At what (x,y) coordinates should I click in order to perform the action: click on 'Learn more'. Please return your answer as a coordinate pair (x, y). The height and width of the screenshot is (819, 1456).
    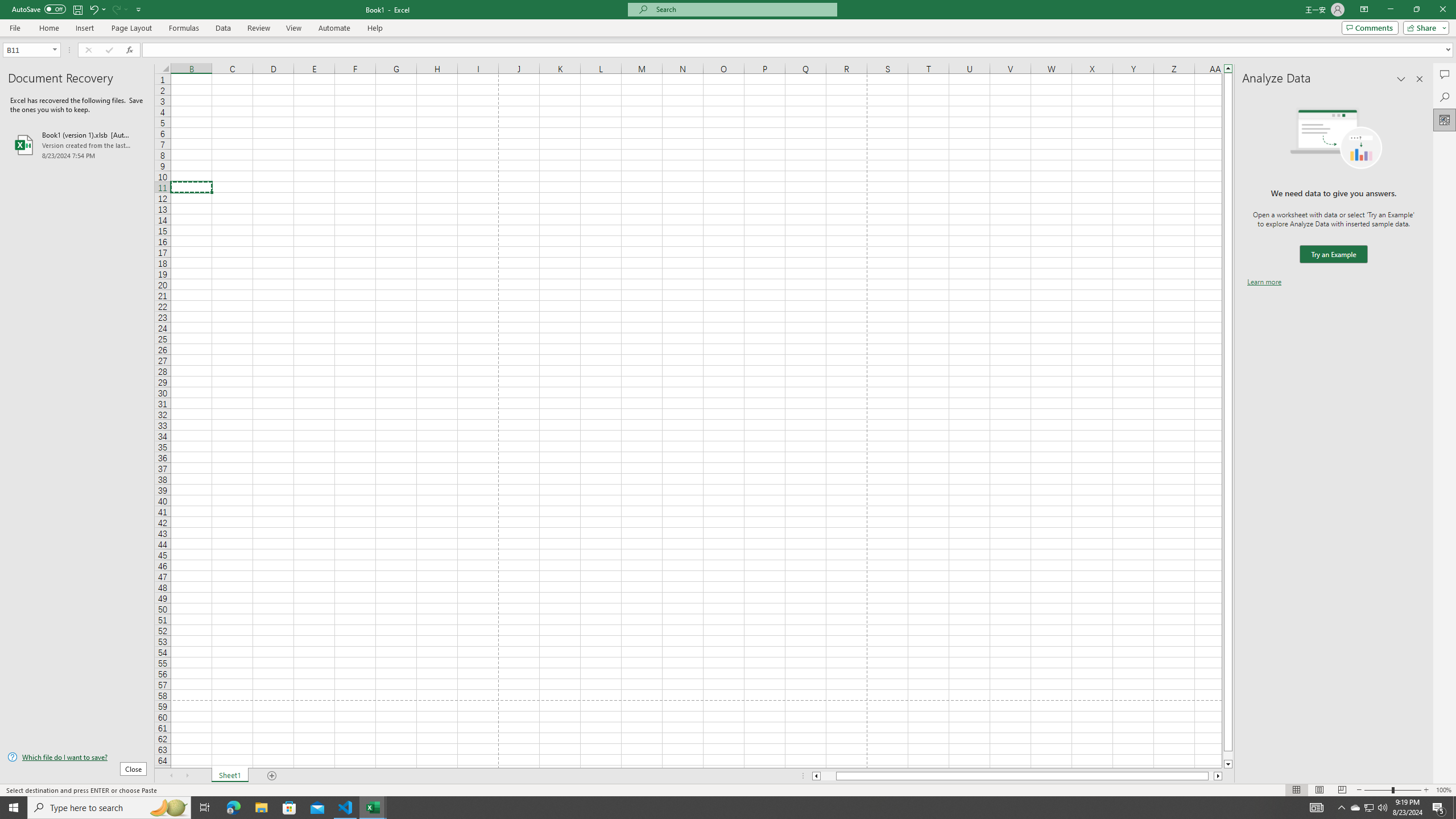
    Looking at the image, I should click on (1264, 281).